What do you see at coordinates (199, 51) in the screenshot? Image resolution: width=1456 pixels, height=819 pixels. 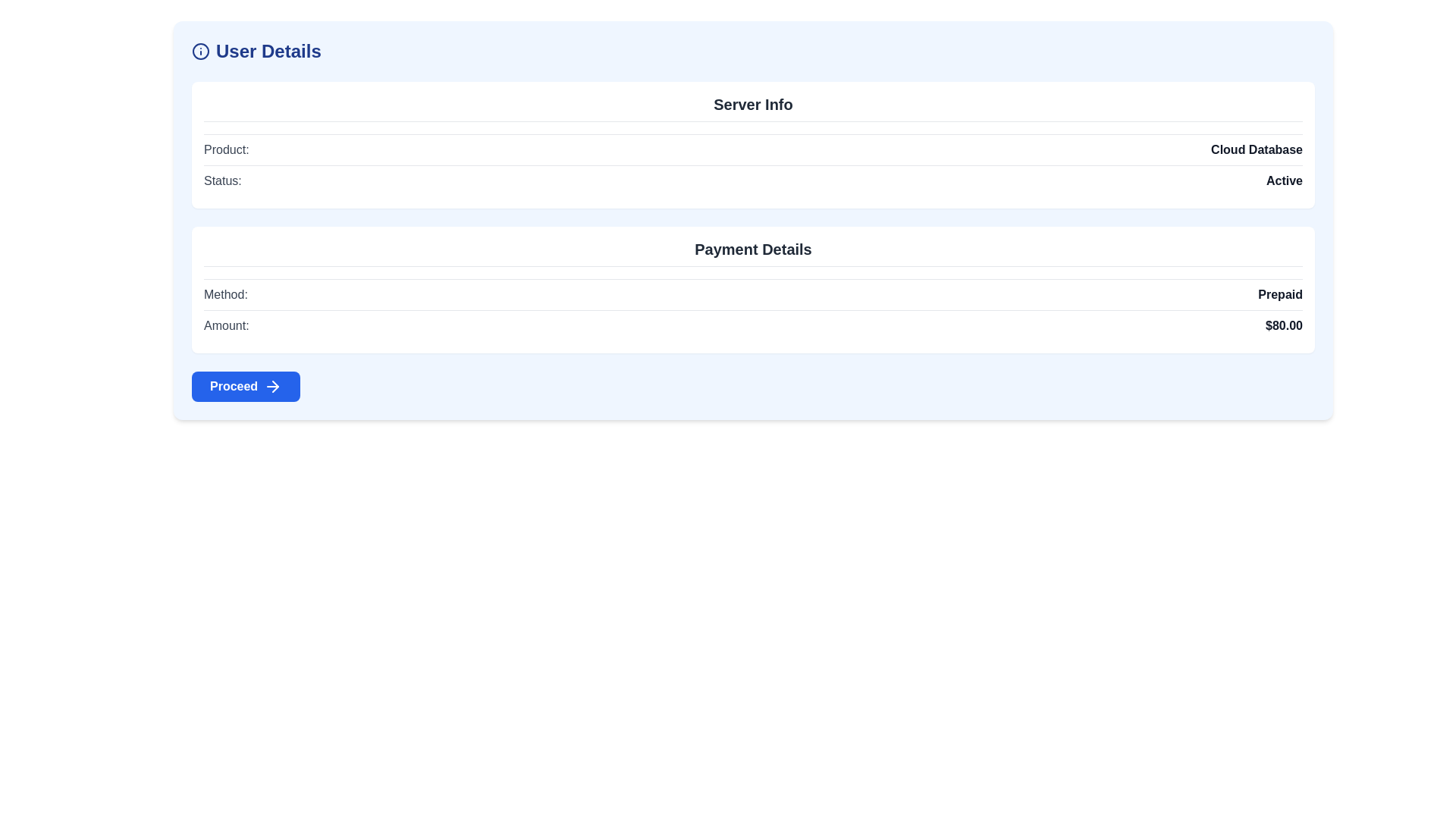 I see `the SVG circle element that visually represents an informational icon, located near the top-left corner of the interface, adjacent to the title 'User Details'` at bounding box center [199, 51].